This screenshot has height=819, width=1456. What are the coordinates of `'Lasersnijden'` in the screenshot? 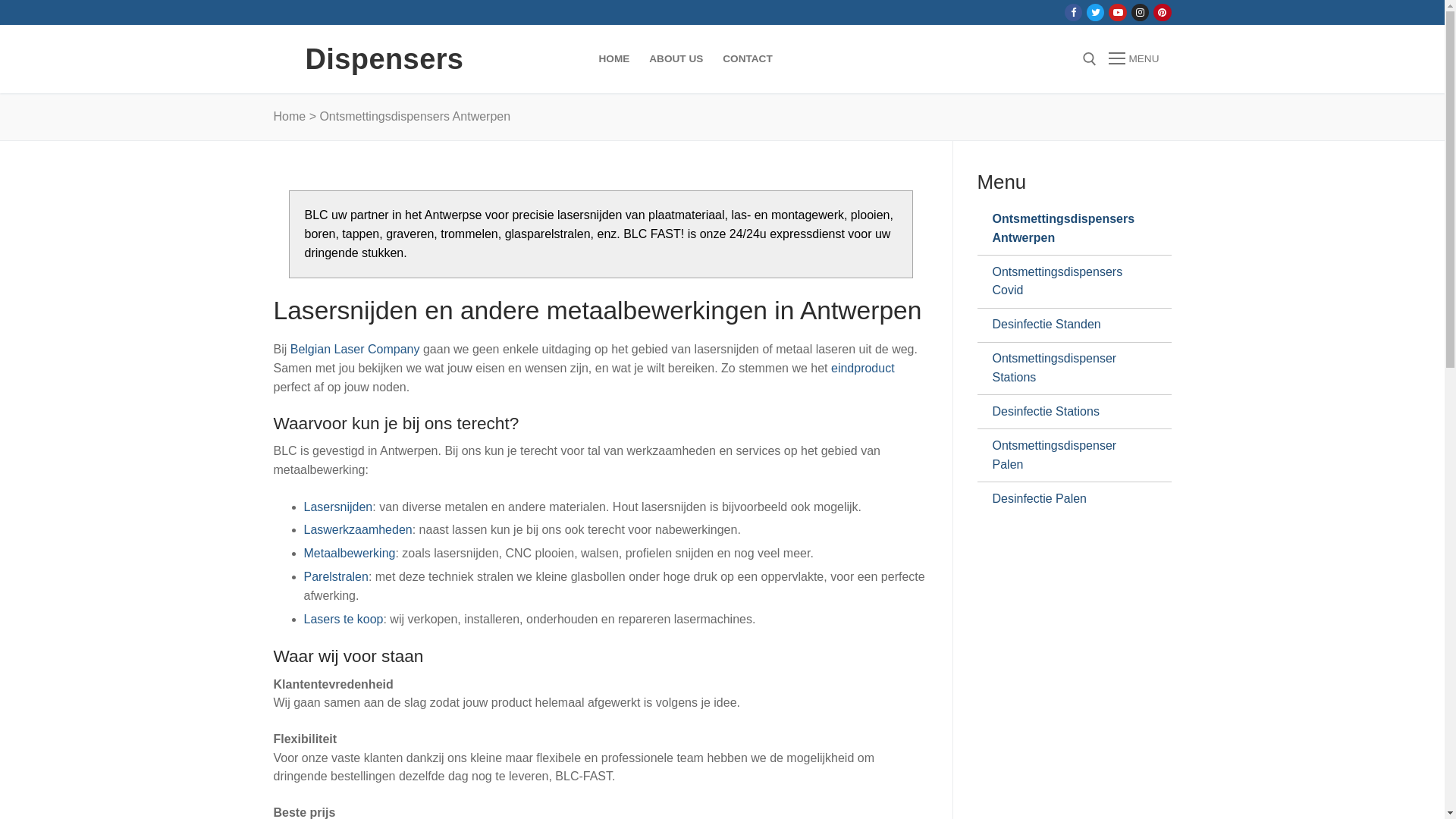 It's located at (337, 507).